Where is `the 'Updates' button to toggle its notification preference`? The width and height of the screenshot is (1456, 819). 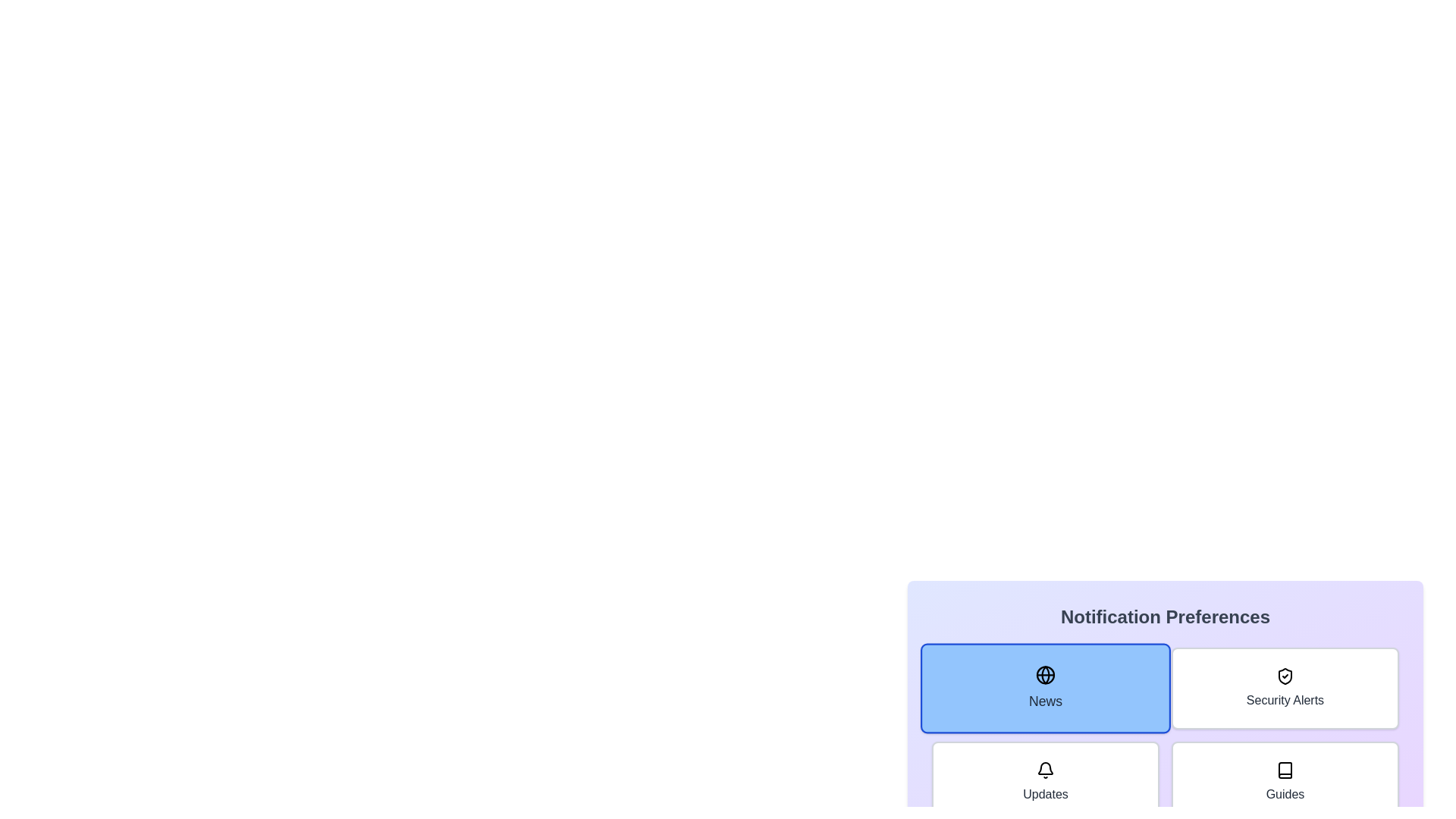
the 'Updates' button to toggle its notification preference is located at coordinates (1044, 783).